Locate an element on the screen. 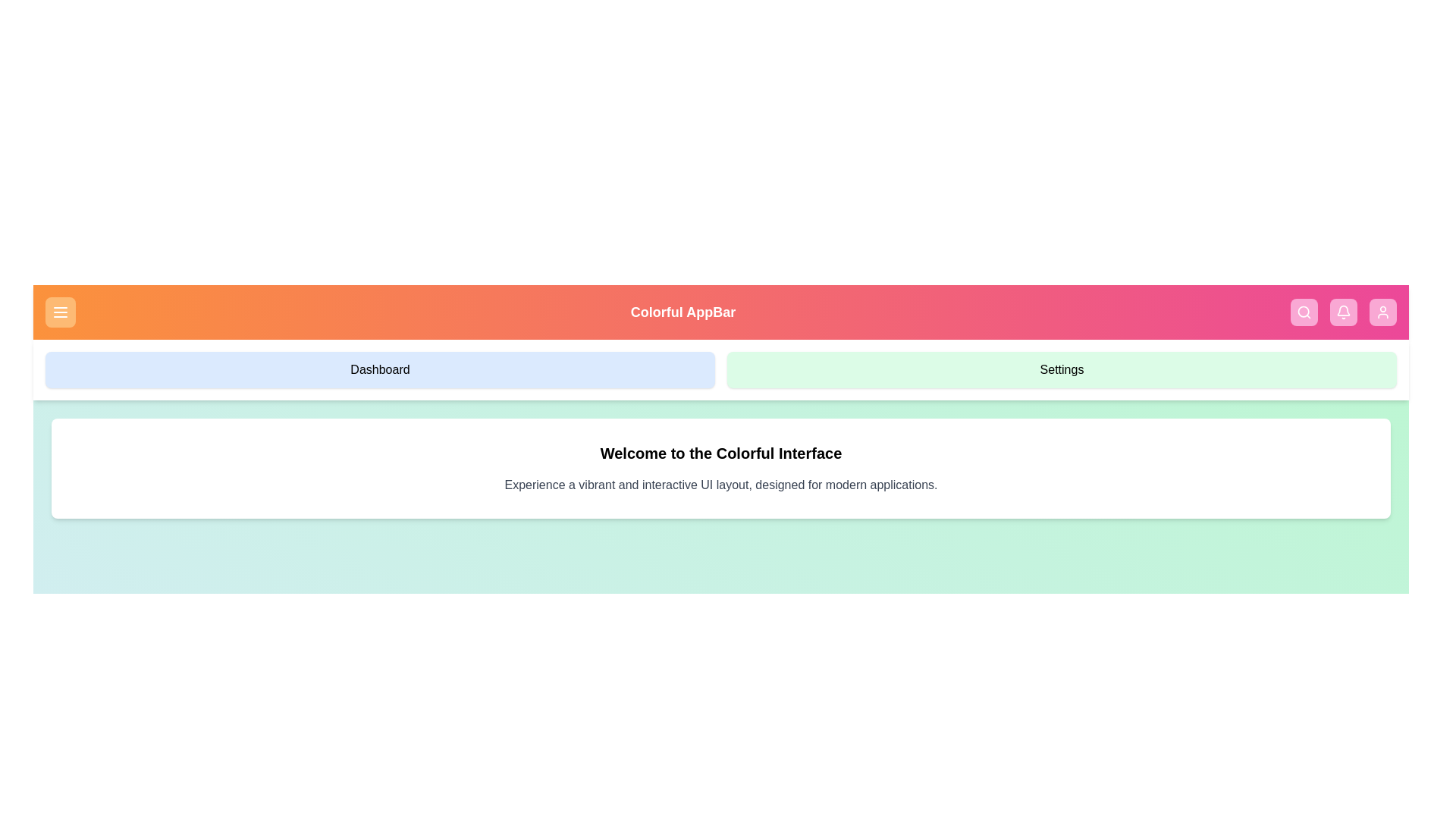  the menu button to toggle the navigation menu visibility is located at coordinates (61, 312).